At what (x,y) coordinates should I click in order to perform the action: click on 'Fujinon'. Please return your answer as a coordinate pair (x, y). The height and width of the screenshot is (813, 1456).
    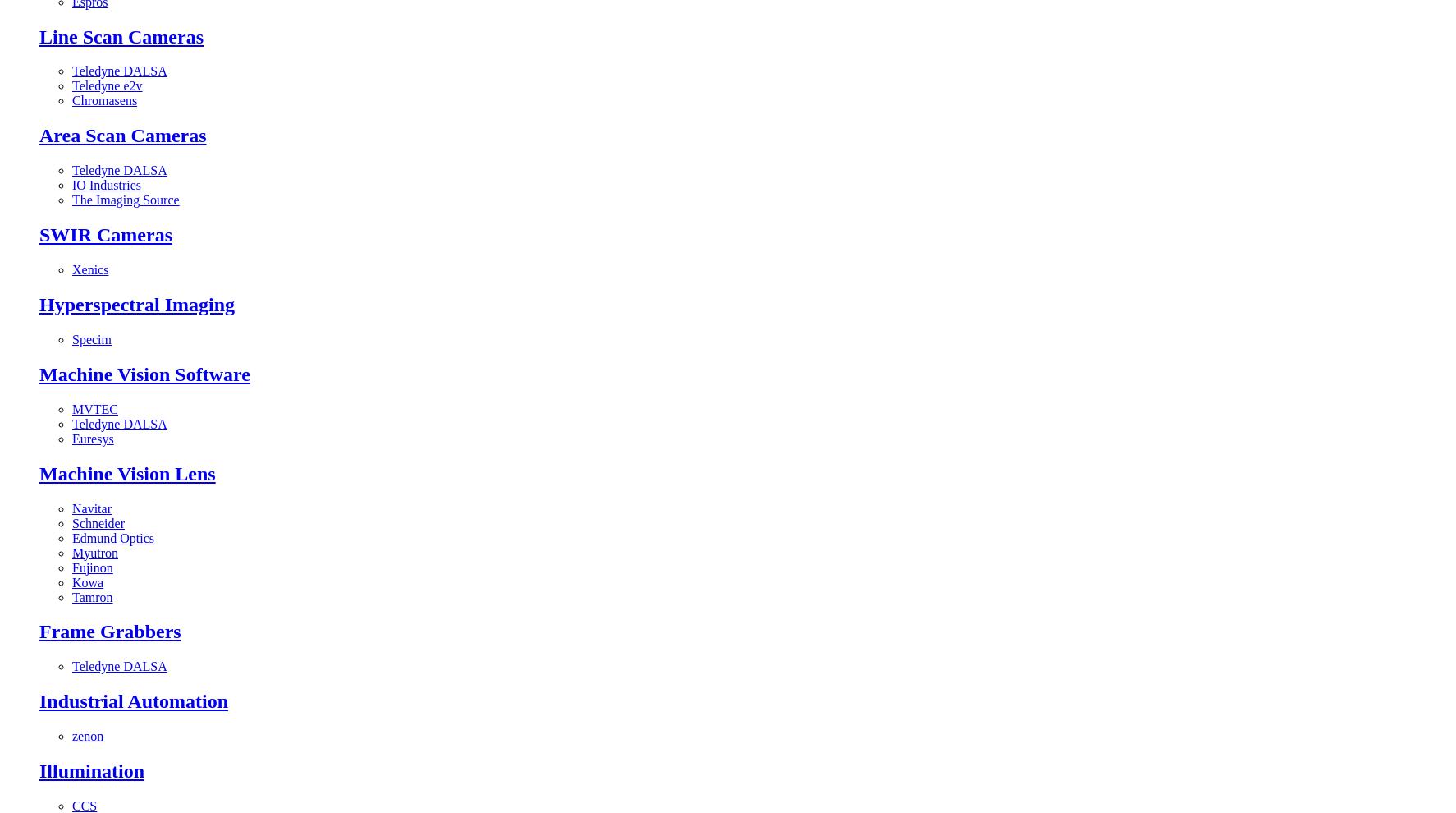
    Looking at the image, I should click on (92, 567).